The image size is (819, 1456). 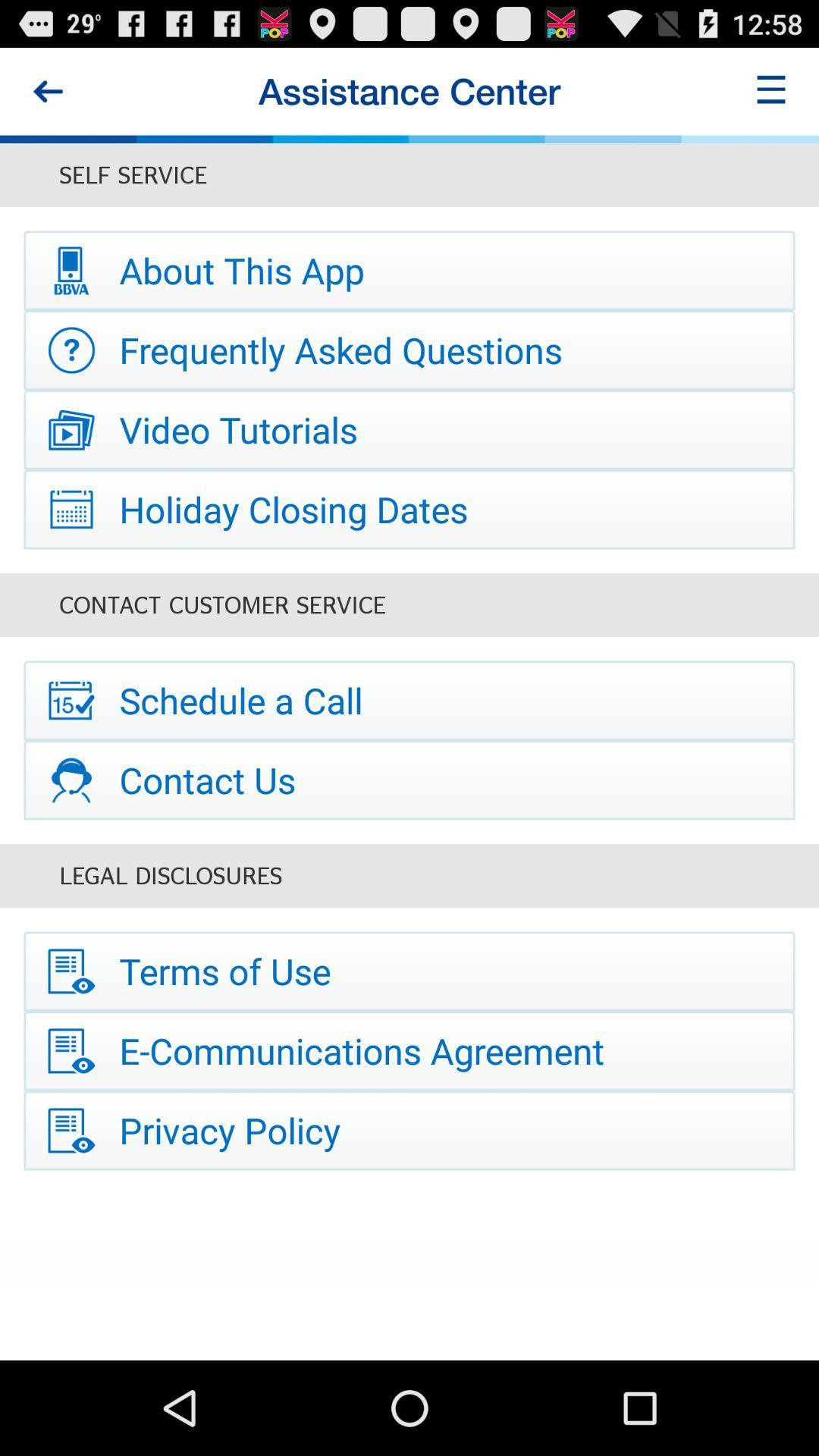 I want to click on the e-communications agreement icon, so click(x=409, y=1050).